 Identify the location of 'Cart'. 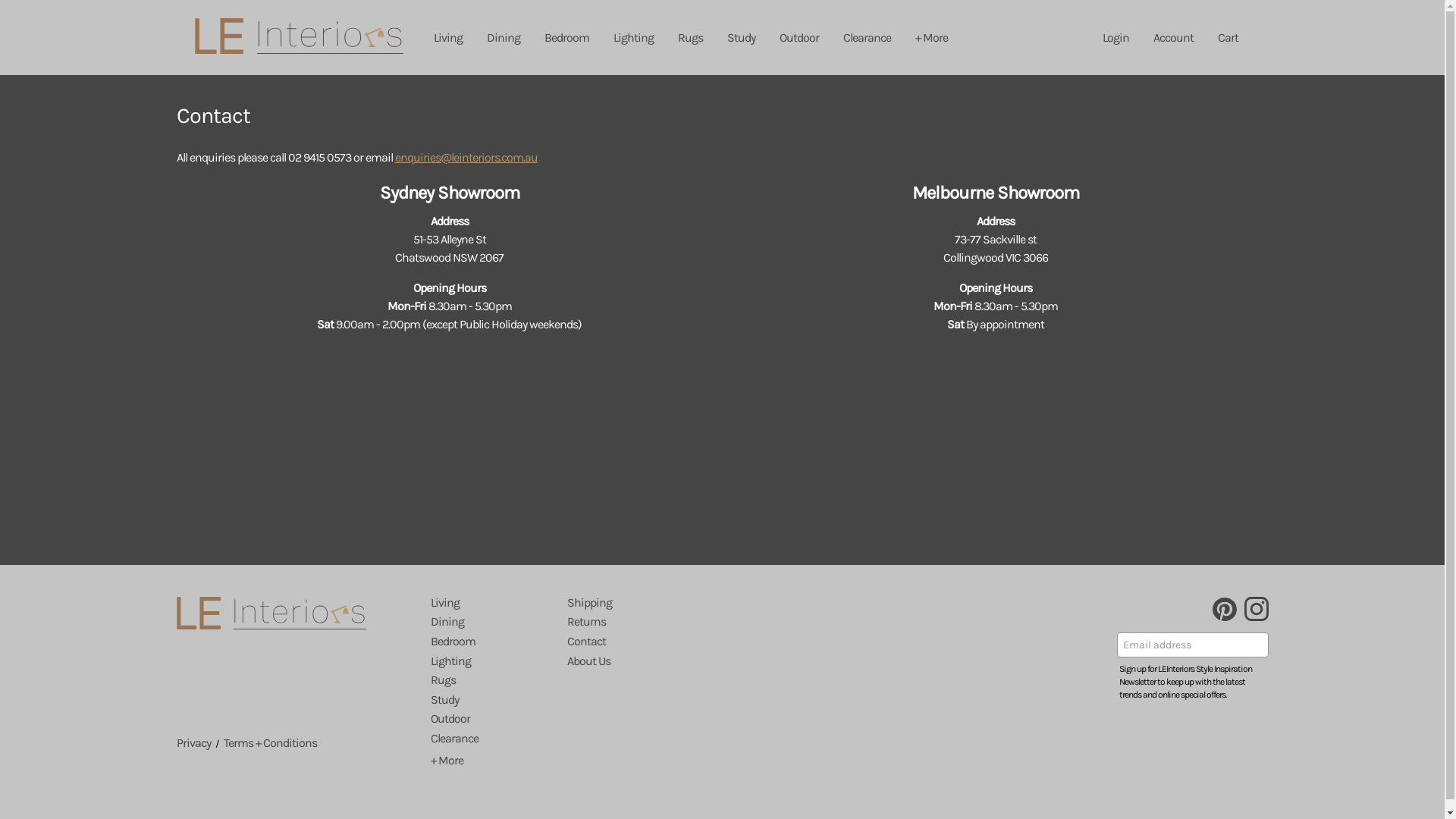
(1228, 36).